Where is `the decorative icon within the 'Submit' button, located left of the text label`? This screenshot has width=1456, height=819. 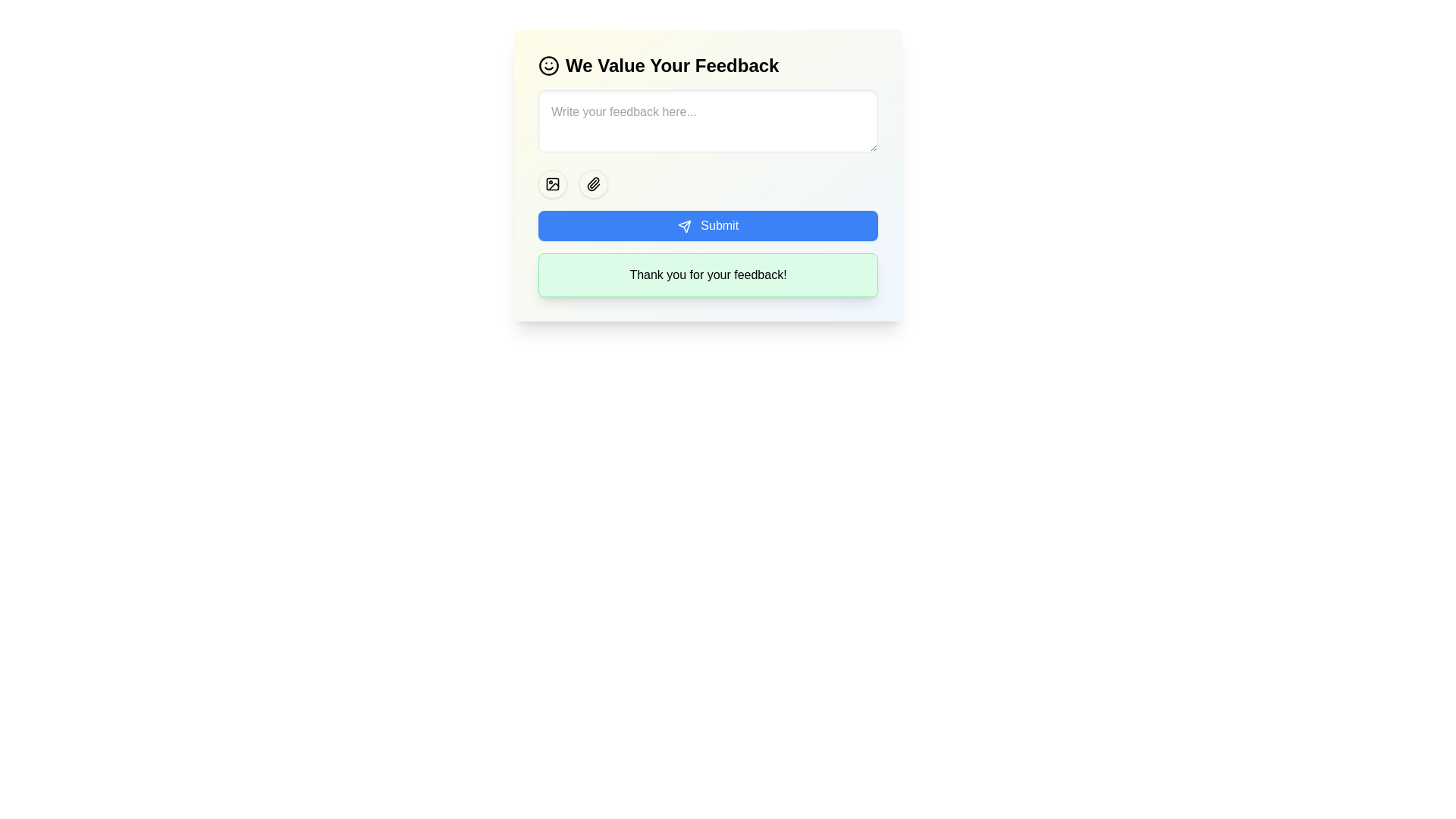
the decorative icon within the 'Submit' button, located left of the text label is located at coordinates (683, 226).